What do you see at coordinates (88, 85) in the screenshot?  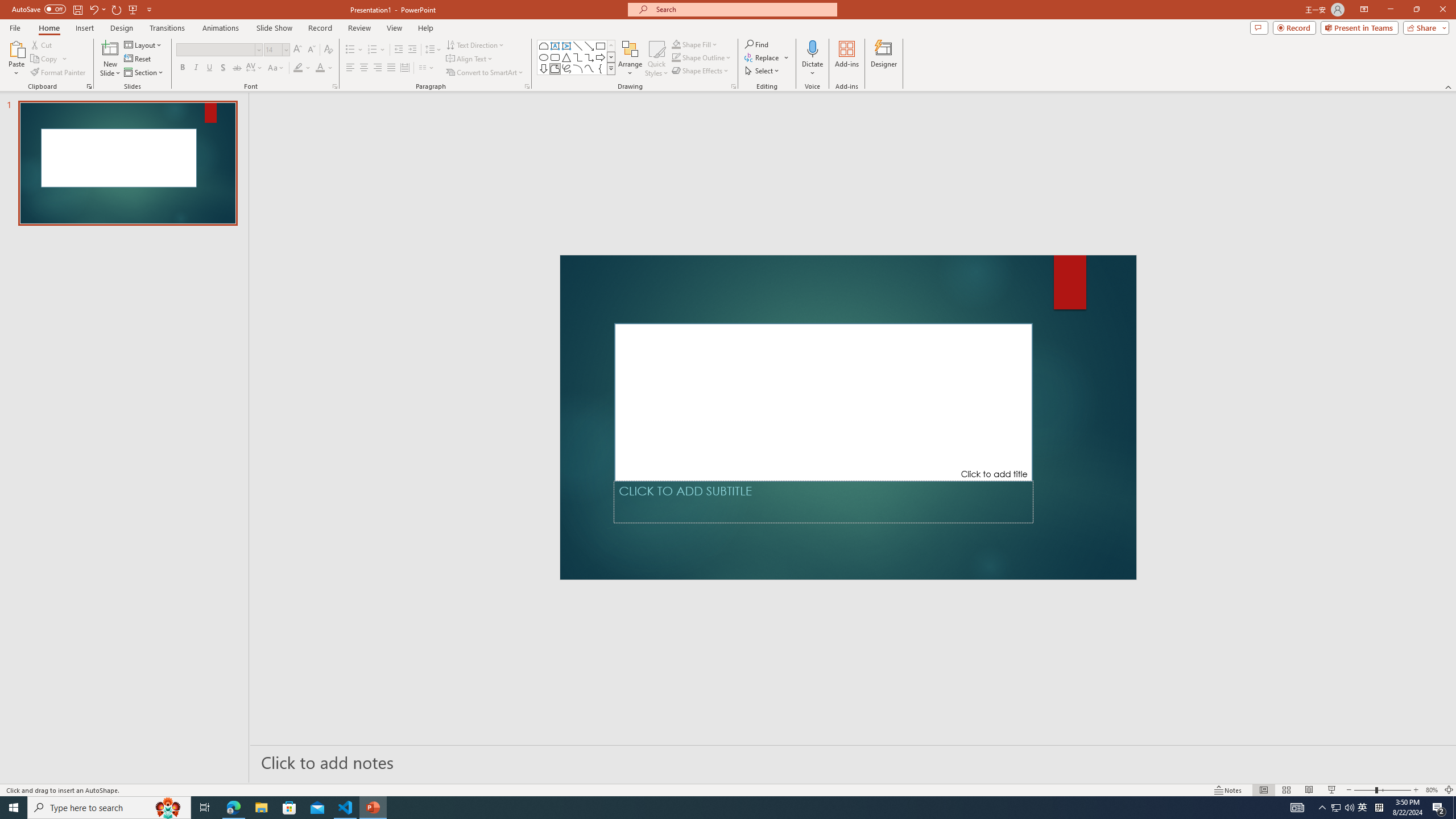 I see `'Office Clipboard...'` at bounding box center [88, 85].